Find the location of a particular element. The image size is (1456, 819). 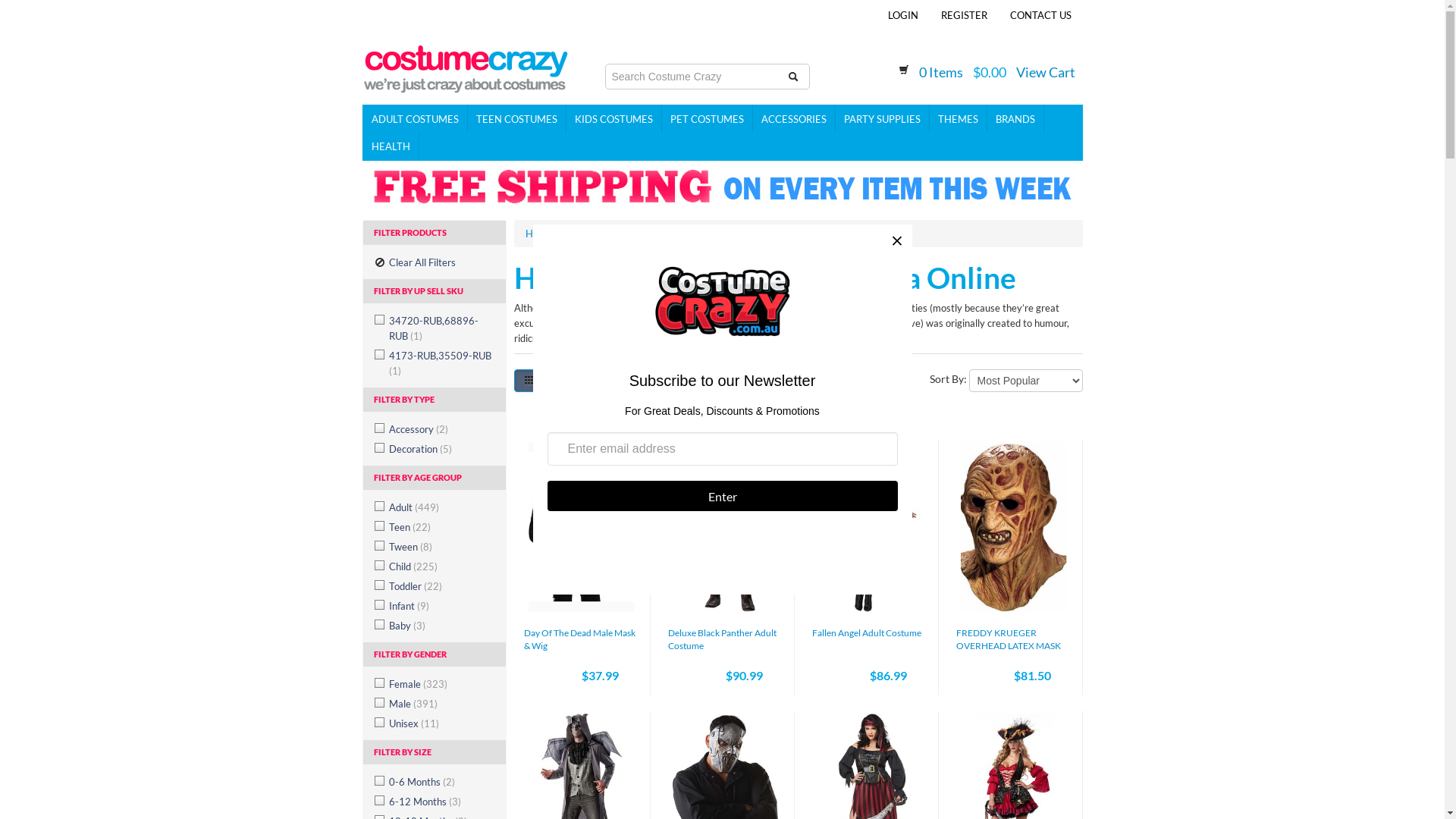

'0 Items' is located at coordinates (940, 72).